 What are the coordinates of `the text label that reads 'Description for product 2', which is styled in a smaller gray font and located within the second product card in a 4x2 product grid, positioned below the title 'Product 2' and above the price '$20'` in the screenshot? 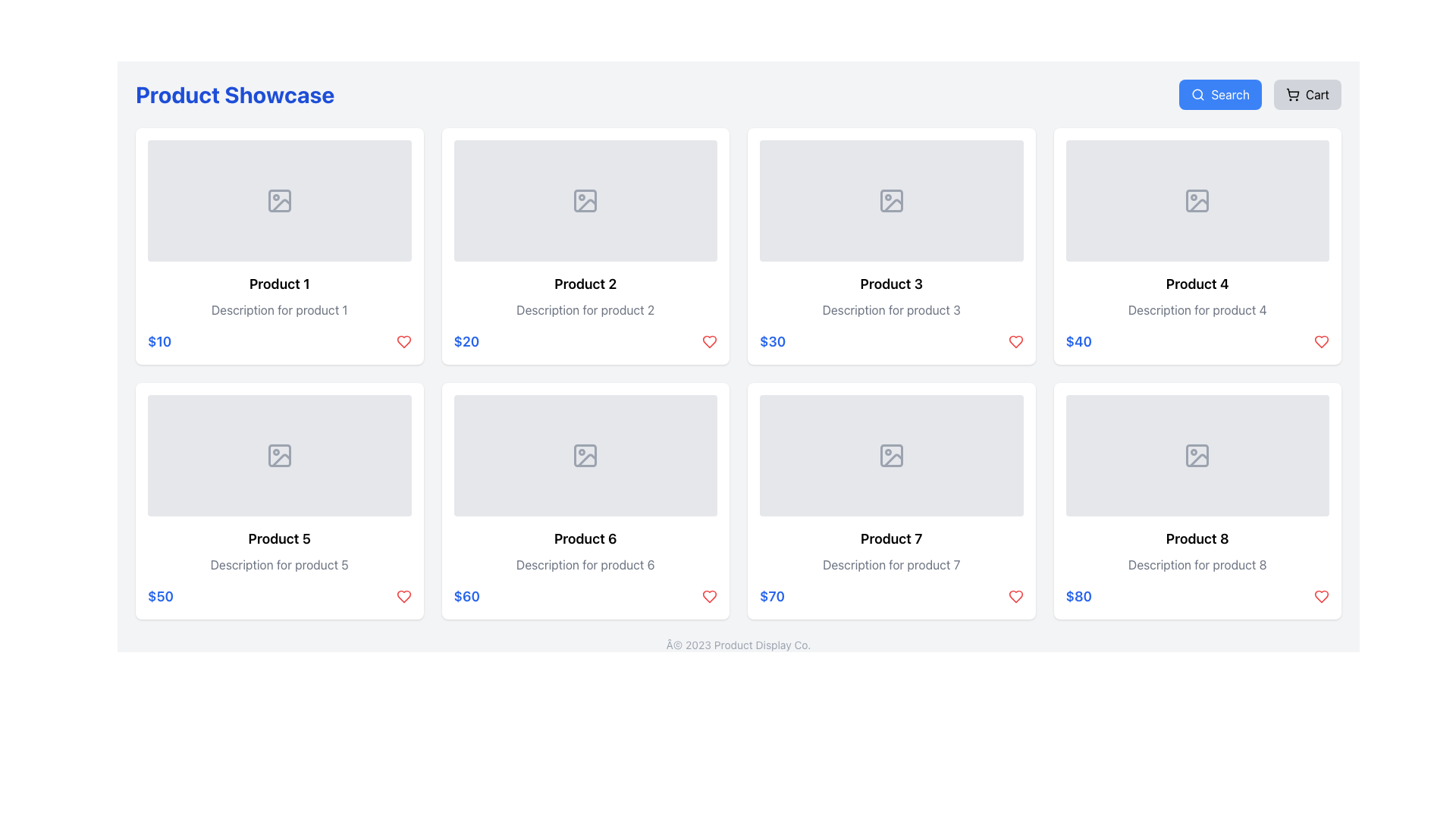 It's located at (585, 309).